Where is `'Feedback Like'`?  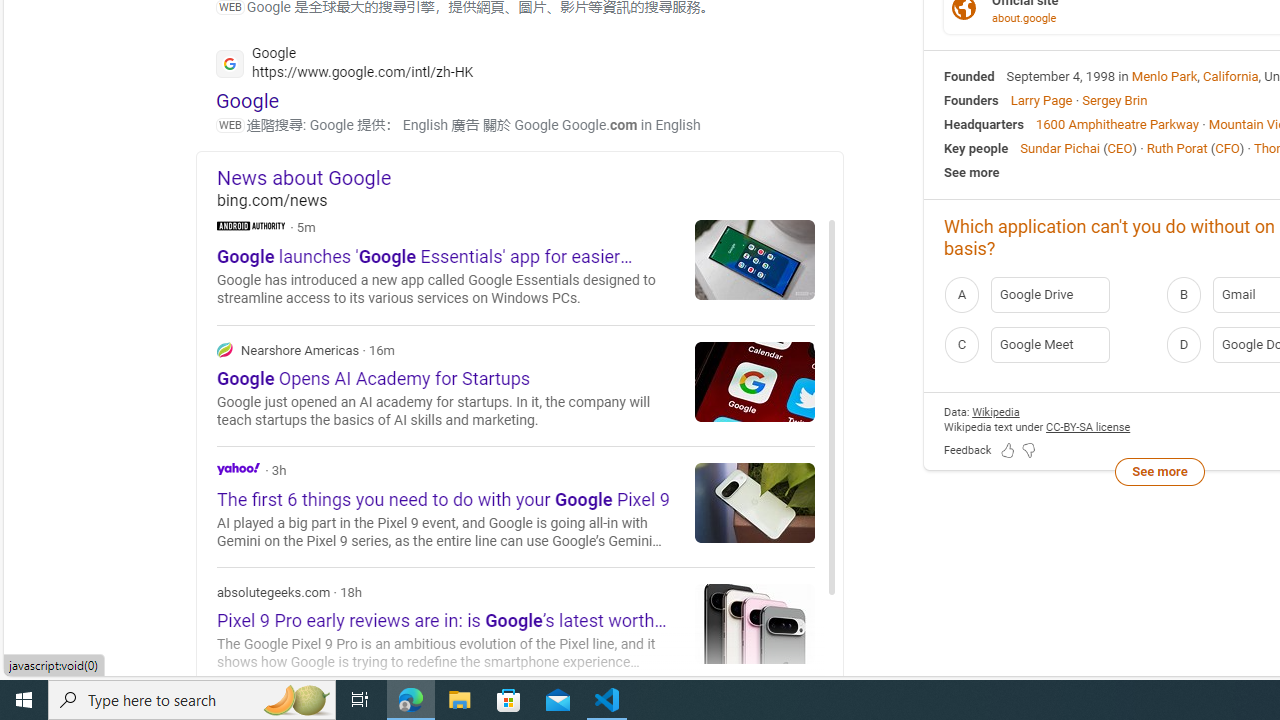 'Feedback Like' is located at coordinates (1008, 451).